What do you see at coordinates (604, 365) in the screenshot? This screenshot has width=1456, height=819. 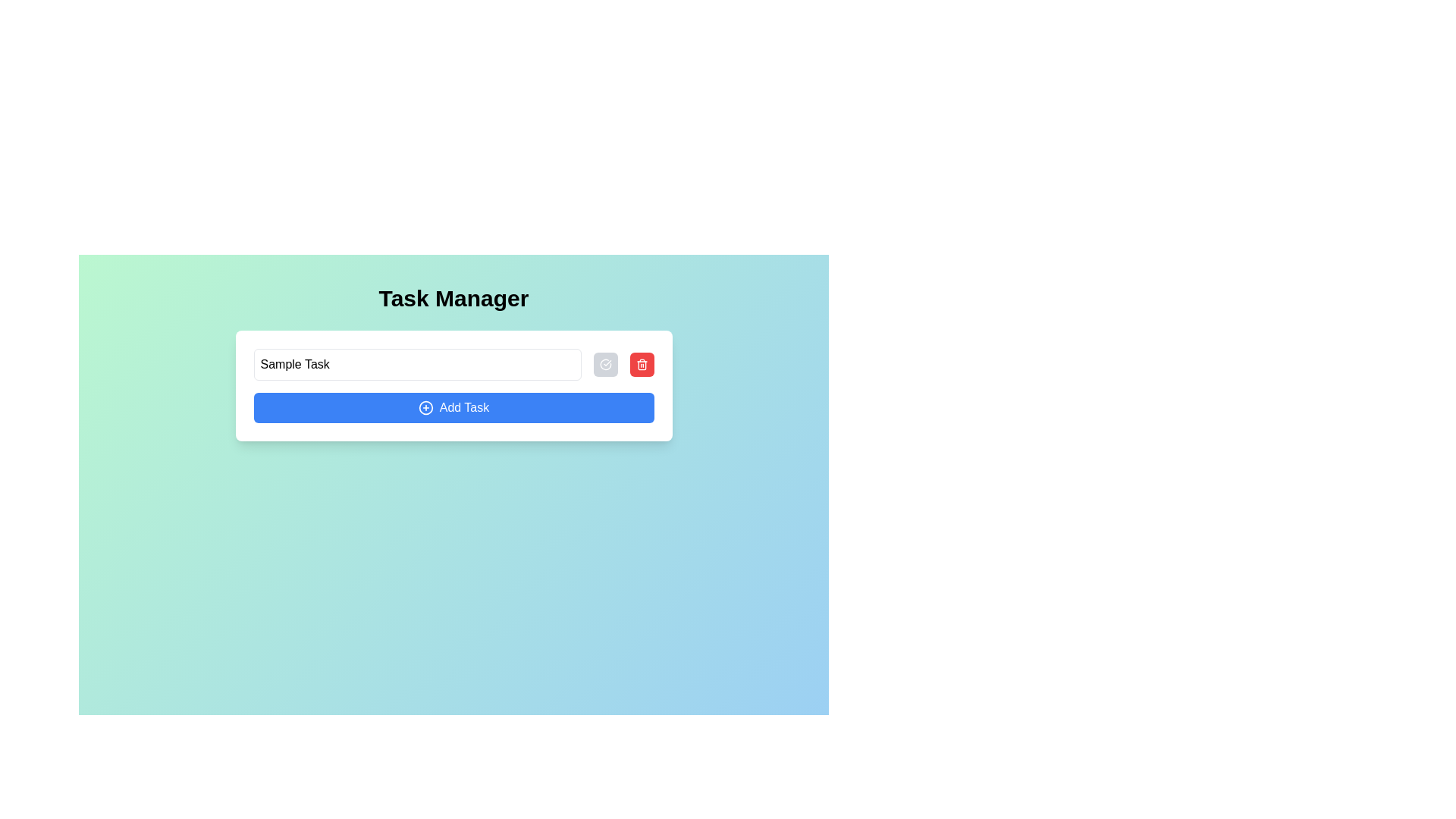 I see `the Interactive Icon (SVG) within the task management UI` at bounding box center [604, 365].